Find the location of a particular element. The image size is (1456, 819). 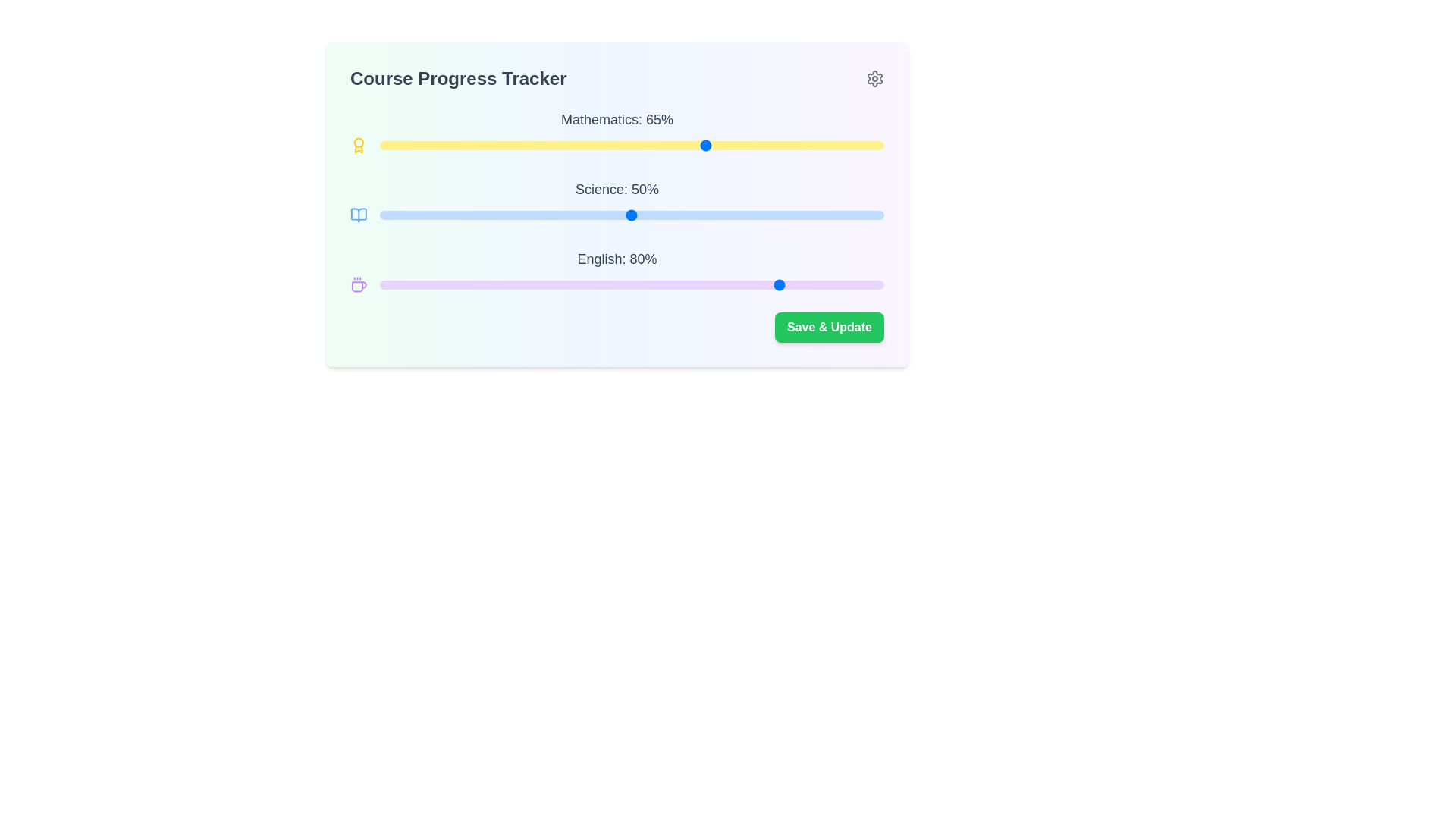

the grouped progress bars labeled 'Mathematics', 'Science', and 'English' to focus on them is located at coordinates (617, 201).